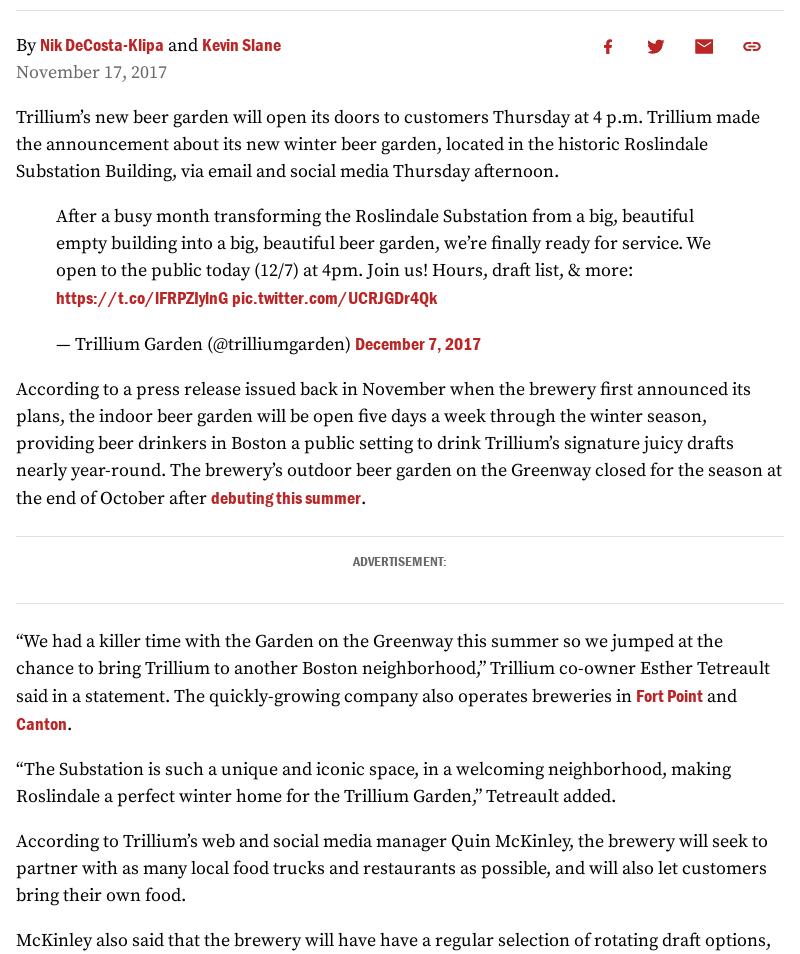  Describe the element at coordinates (205, 344) in the screenshot. I see `'— Trillium Garden (@trilliumgarden)'` at that location.